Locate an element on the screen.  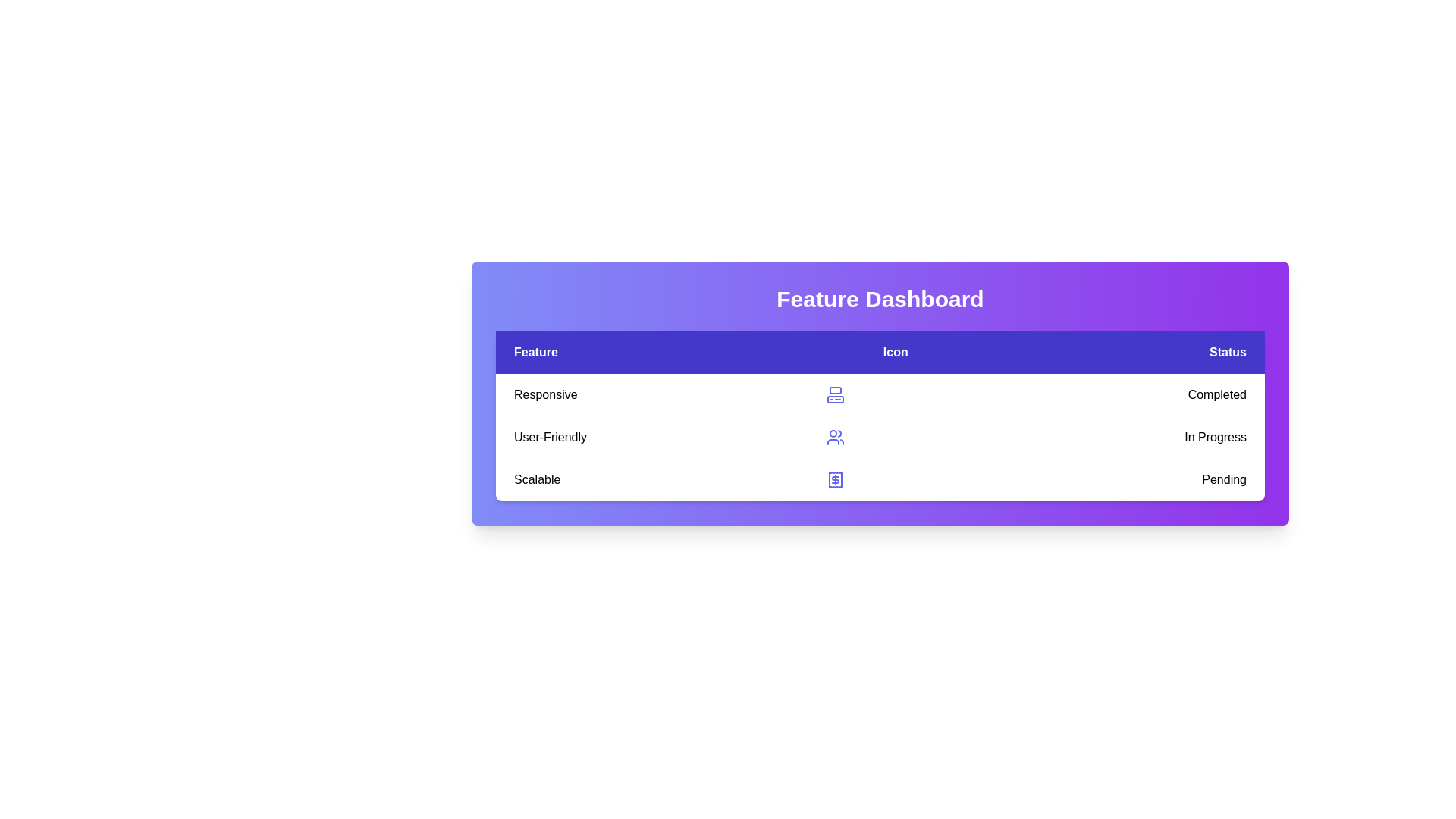
the user-friendly computer icon, which is the second icon in the 'Icon' column of the table, featuring an indigo gradient color and distinct shape is located at coordinates (834, 394).